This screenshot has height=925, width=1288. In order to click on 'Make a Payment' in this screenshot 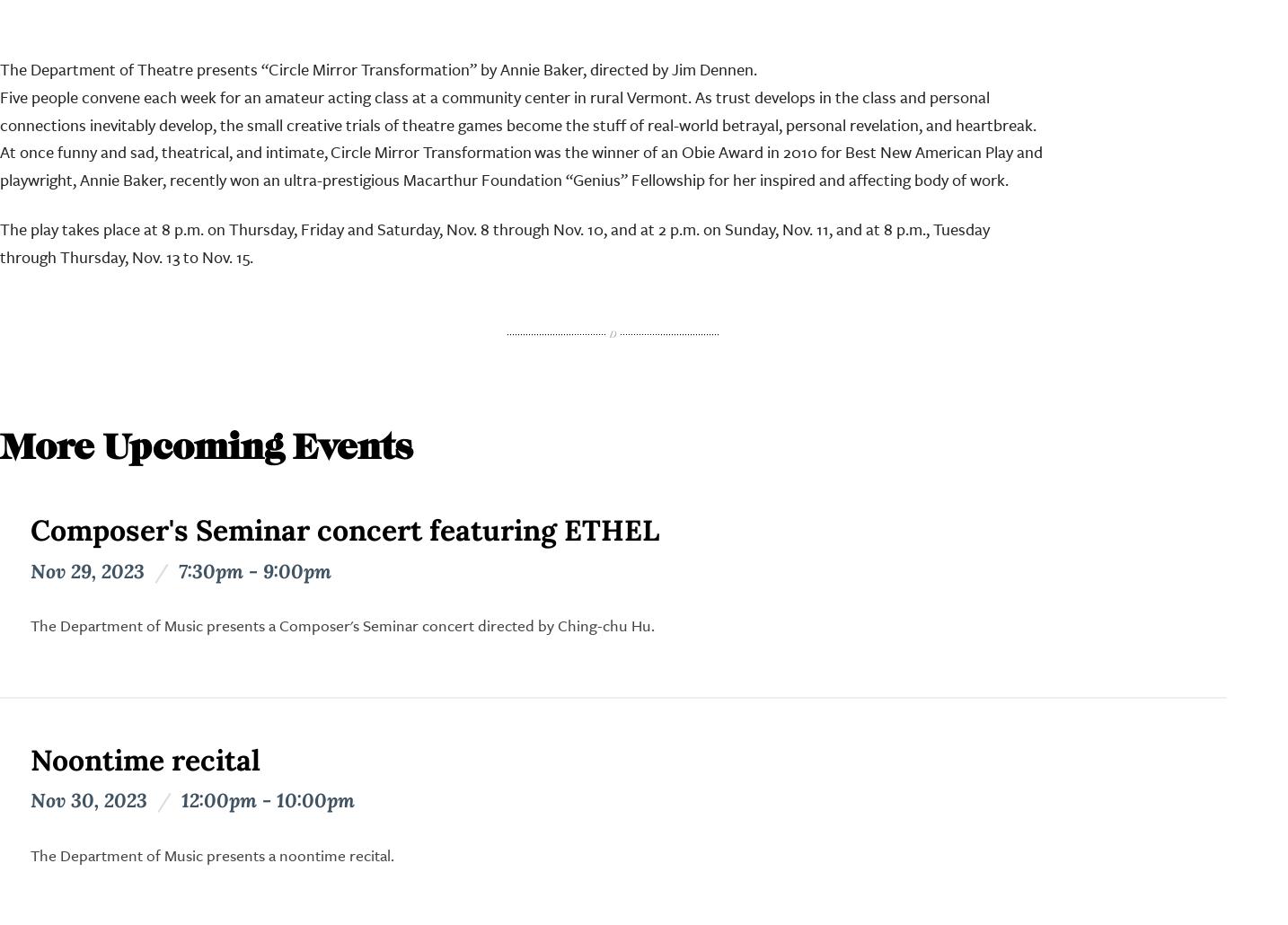, I will do `click(441, 325)`.